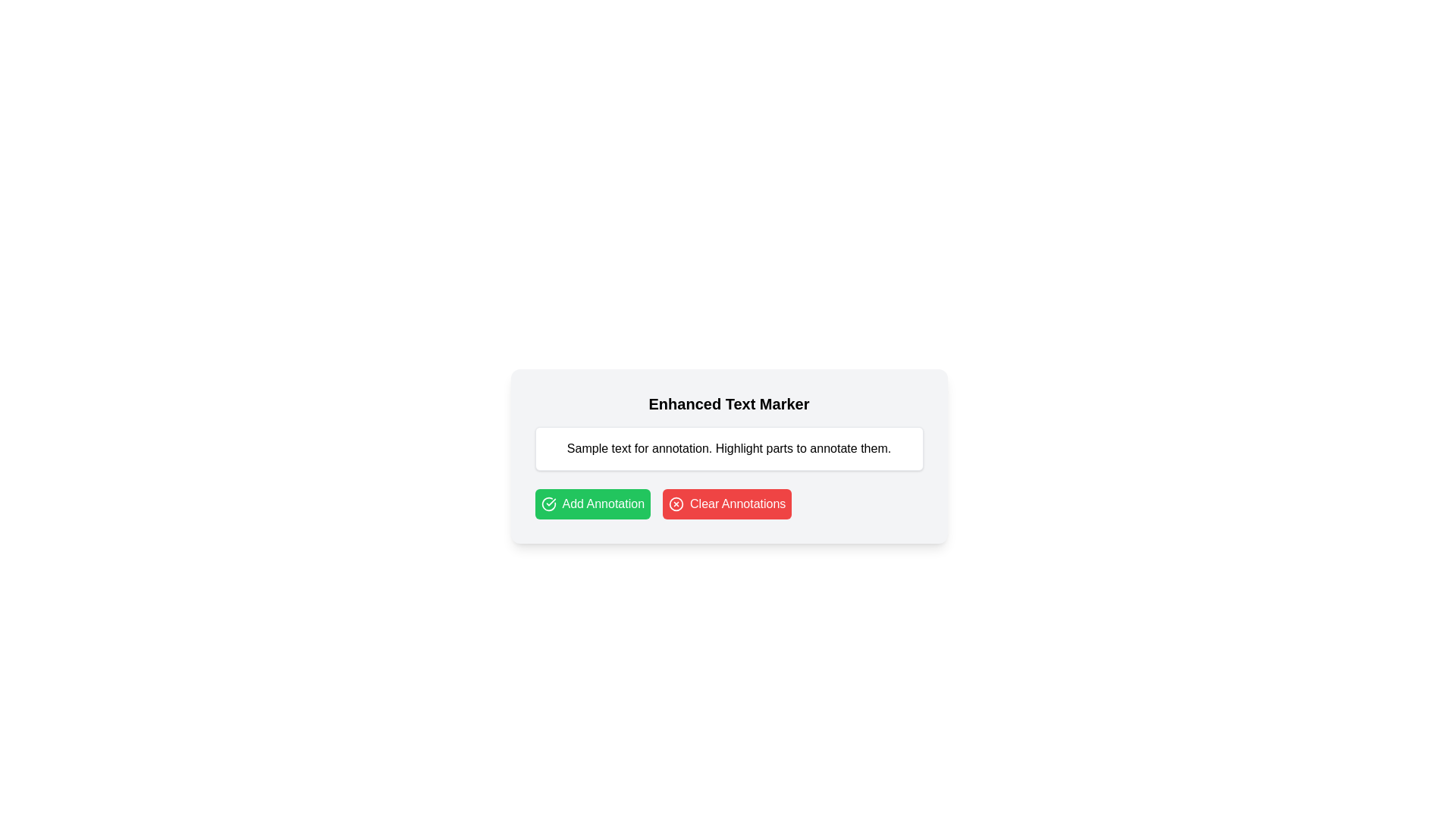  I want to click on the 34th character in the sentence 'Sample text for annotation. Highlight parts to annotate them.', so click(769, 447).